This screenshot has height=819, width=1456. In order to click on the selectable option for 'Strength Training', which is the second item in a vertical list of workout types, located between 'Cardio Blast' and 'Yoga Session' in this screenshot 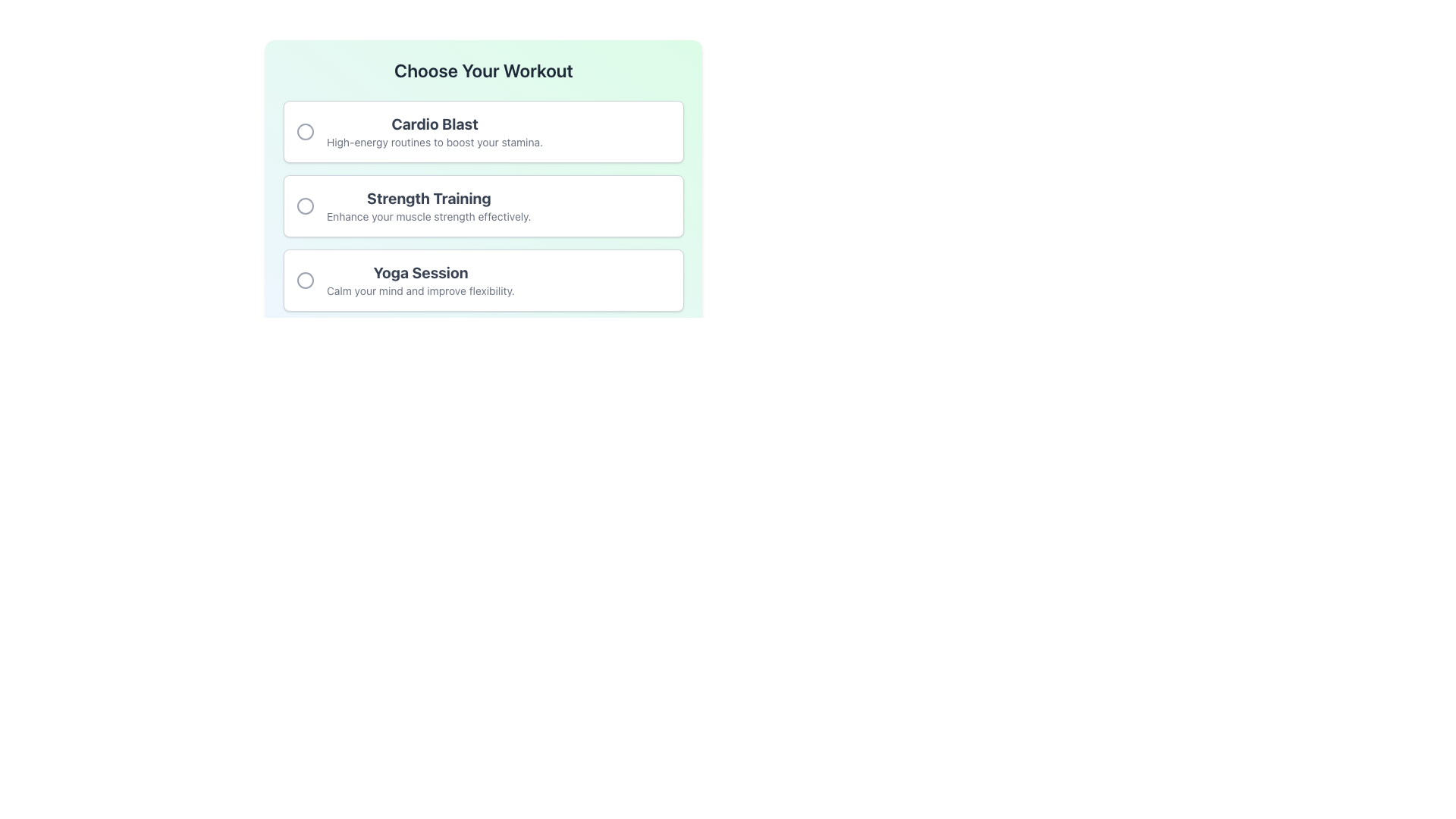, I will do `click(428, 206)`.